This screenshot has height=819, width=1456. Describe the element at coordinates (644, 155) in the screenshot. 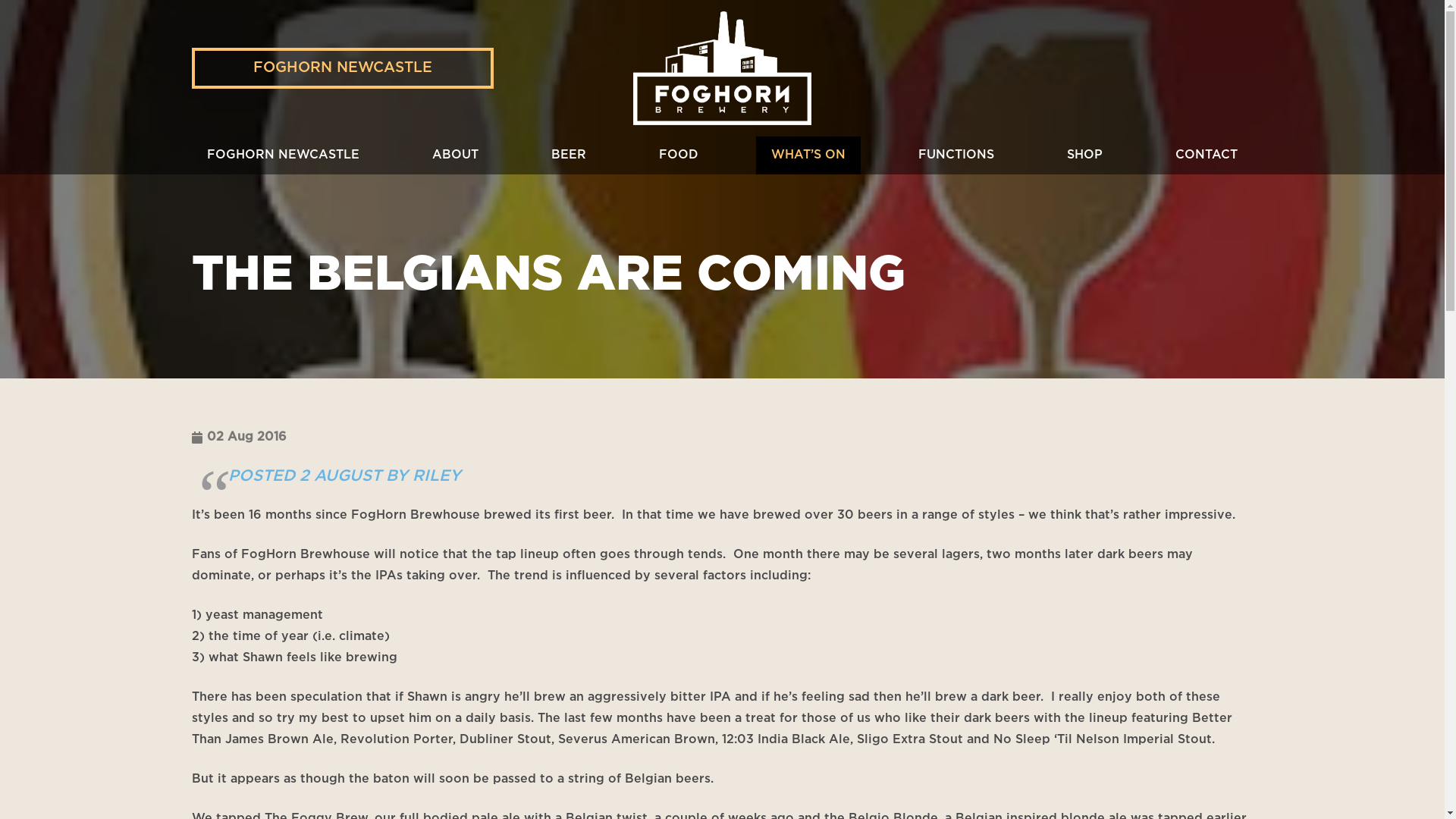

I see `'FOOD'` at that location.